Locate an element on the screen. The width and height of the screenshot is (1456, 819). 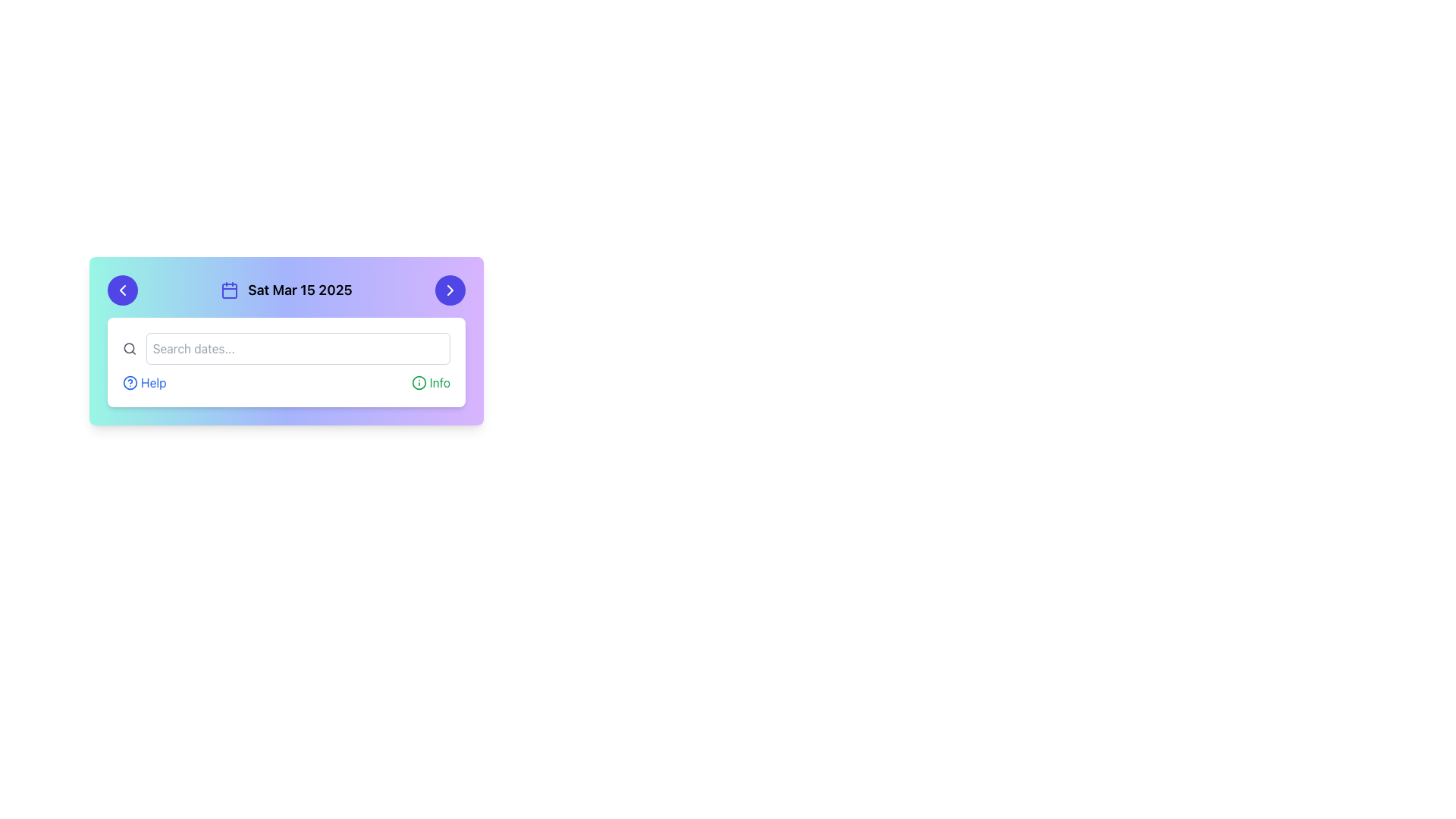
the circular outline component of the 'Help' icon located at the bottom left of the calendar interface card is located at coordinates (130, 381).